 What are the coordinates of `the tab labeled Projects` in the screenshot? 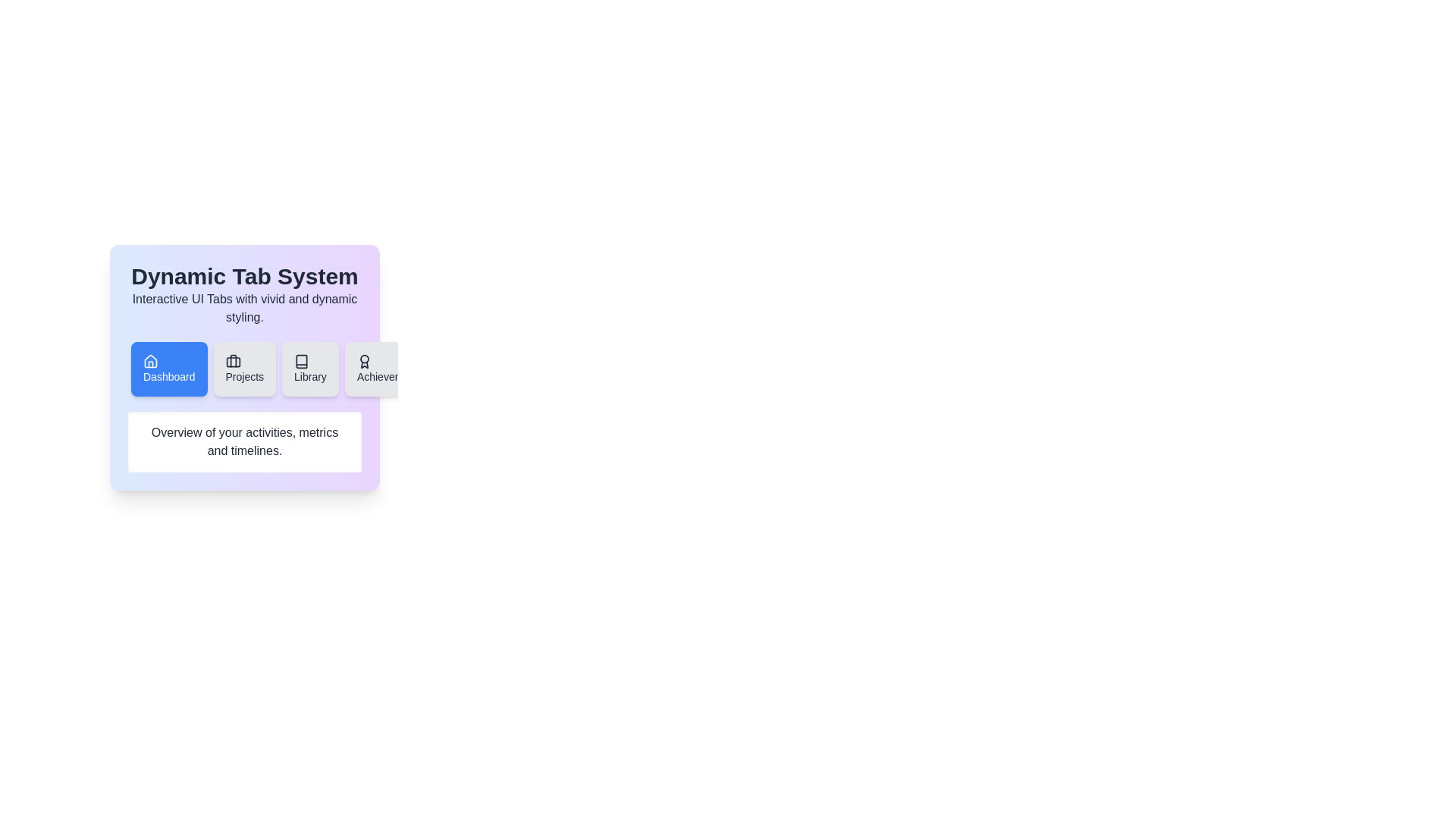 It's located at (244, 369).